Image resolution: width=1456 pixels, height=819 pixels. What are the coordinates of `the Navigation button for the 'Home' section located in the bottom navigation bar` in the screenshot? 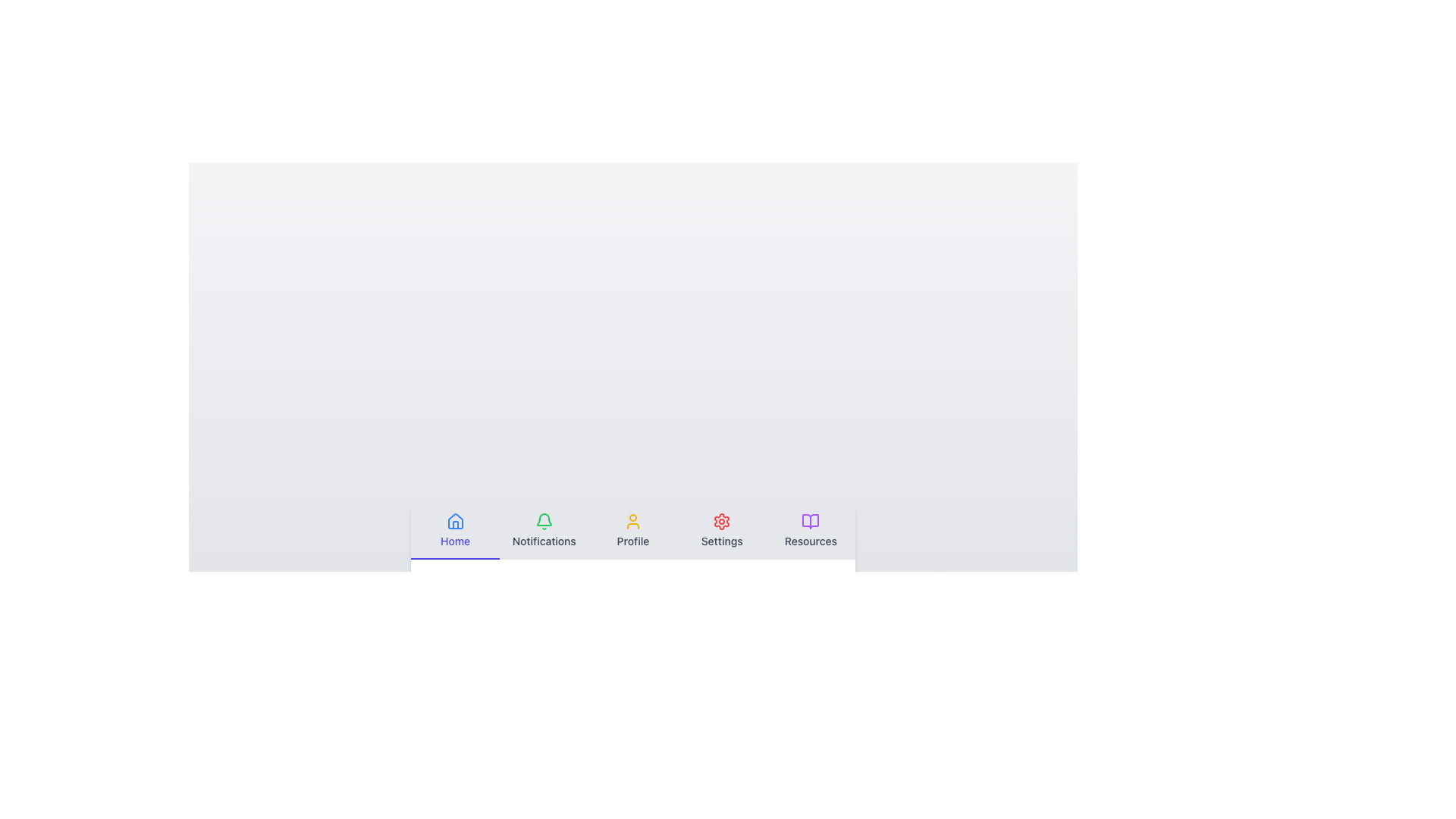 It's located at (454, 529).